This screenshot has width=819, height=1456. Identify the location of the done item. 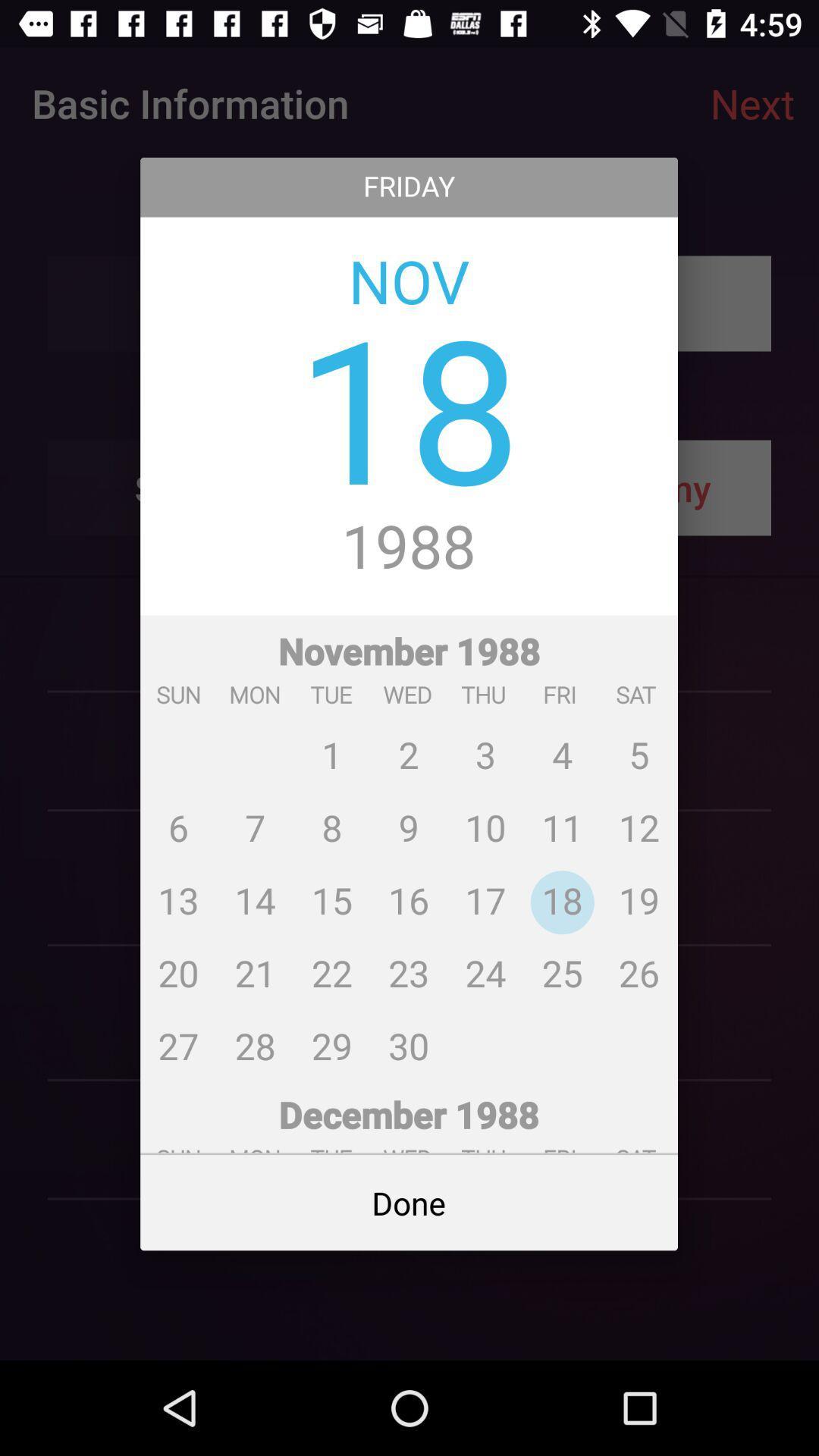
(408, 1202).